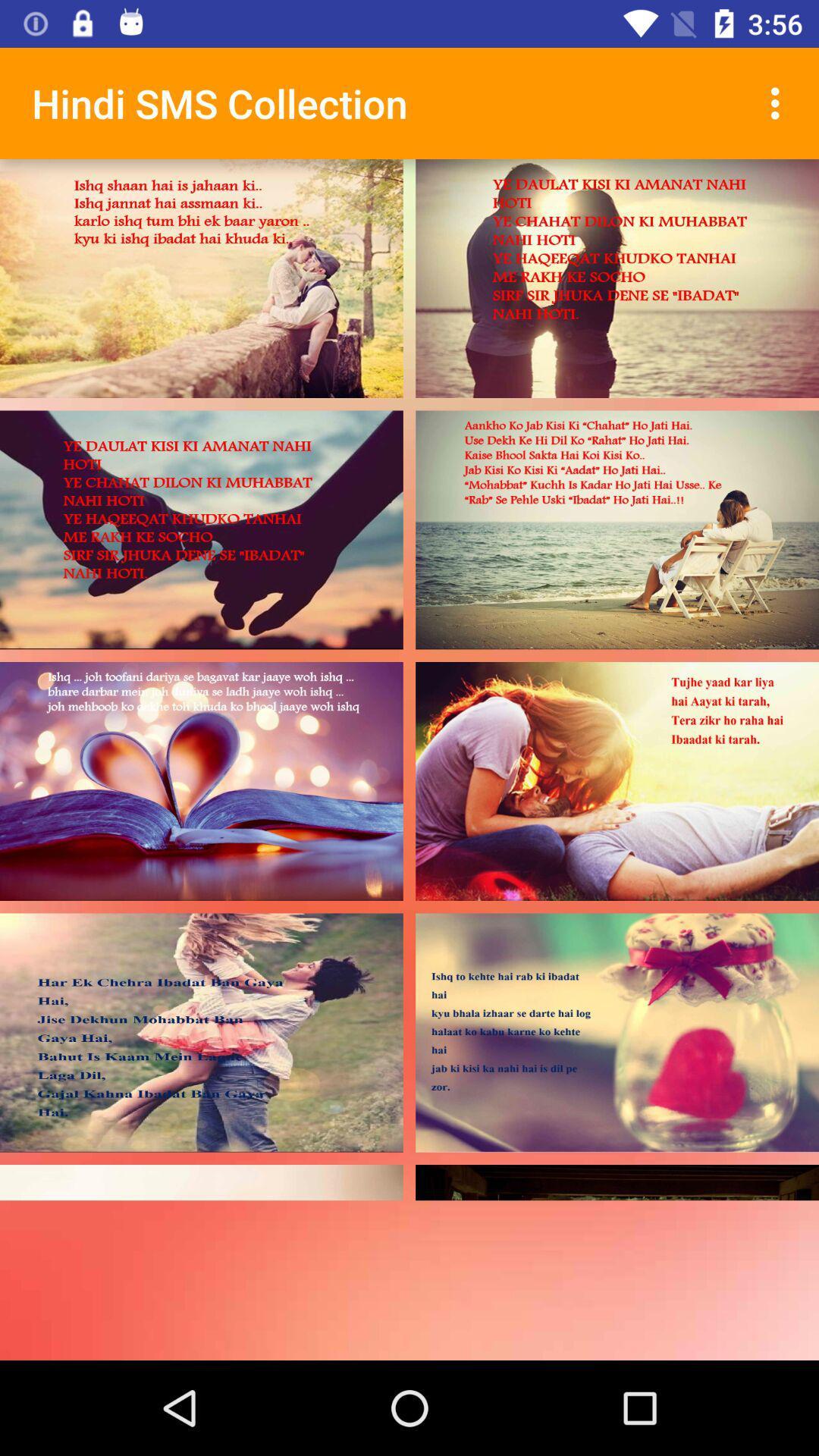  I want to click on the icon to the right of the hindi sms collection app, so click(779, 102).